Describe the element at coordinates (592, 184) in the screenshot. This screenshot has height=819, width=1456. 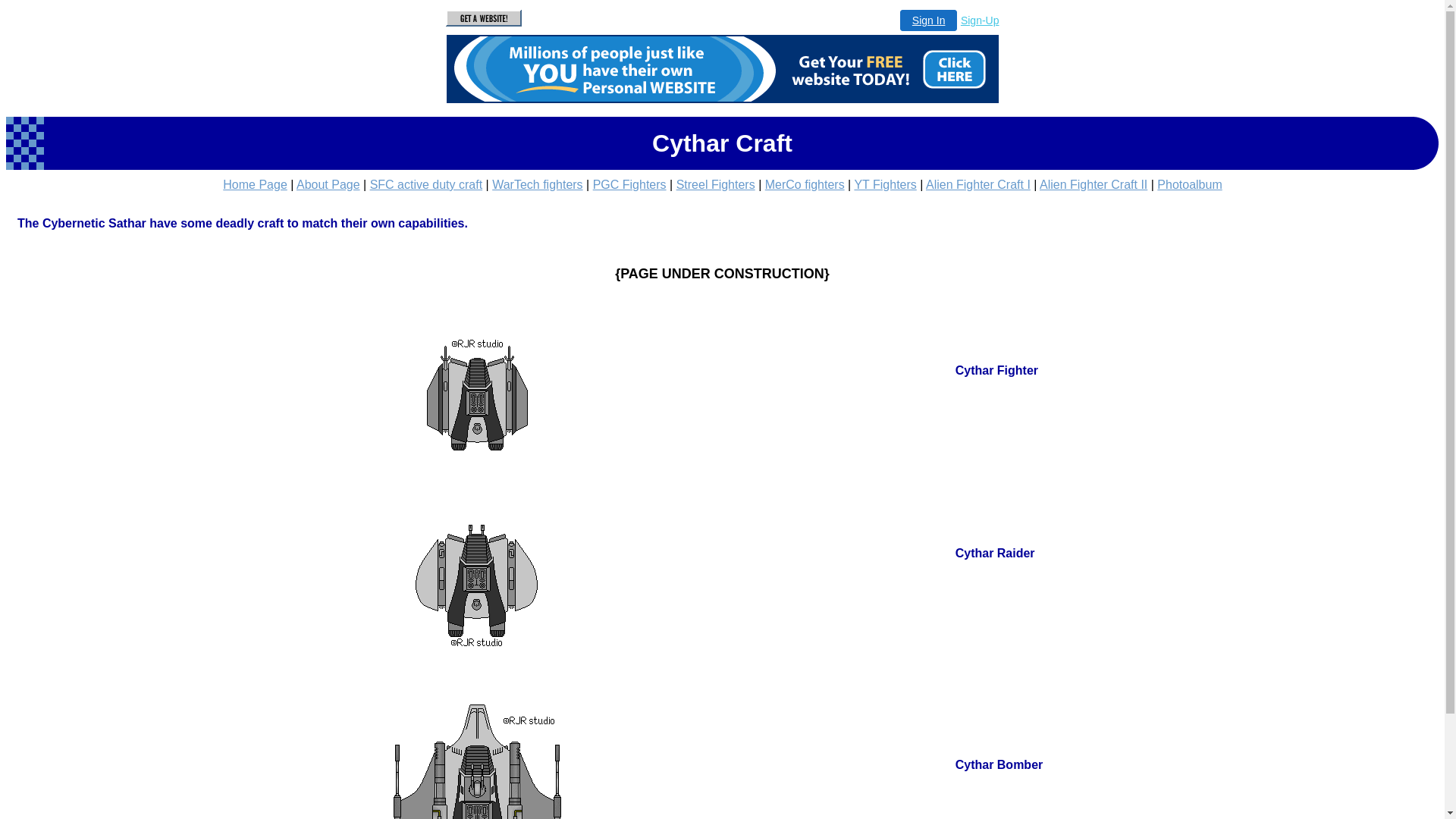
I see `'PGC Fighters'` at that location.